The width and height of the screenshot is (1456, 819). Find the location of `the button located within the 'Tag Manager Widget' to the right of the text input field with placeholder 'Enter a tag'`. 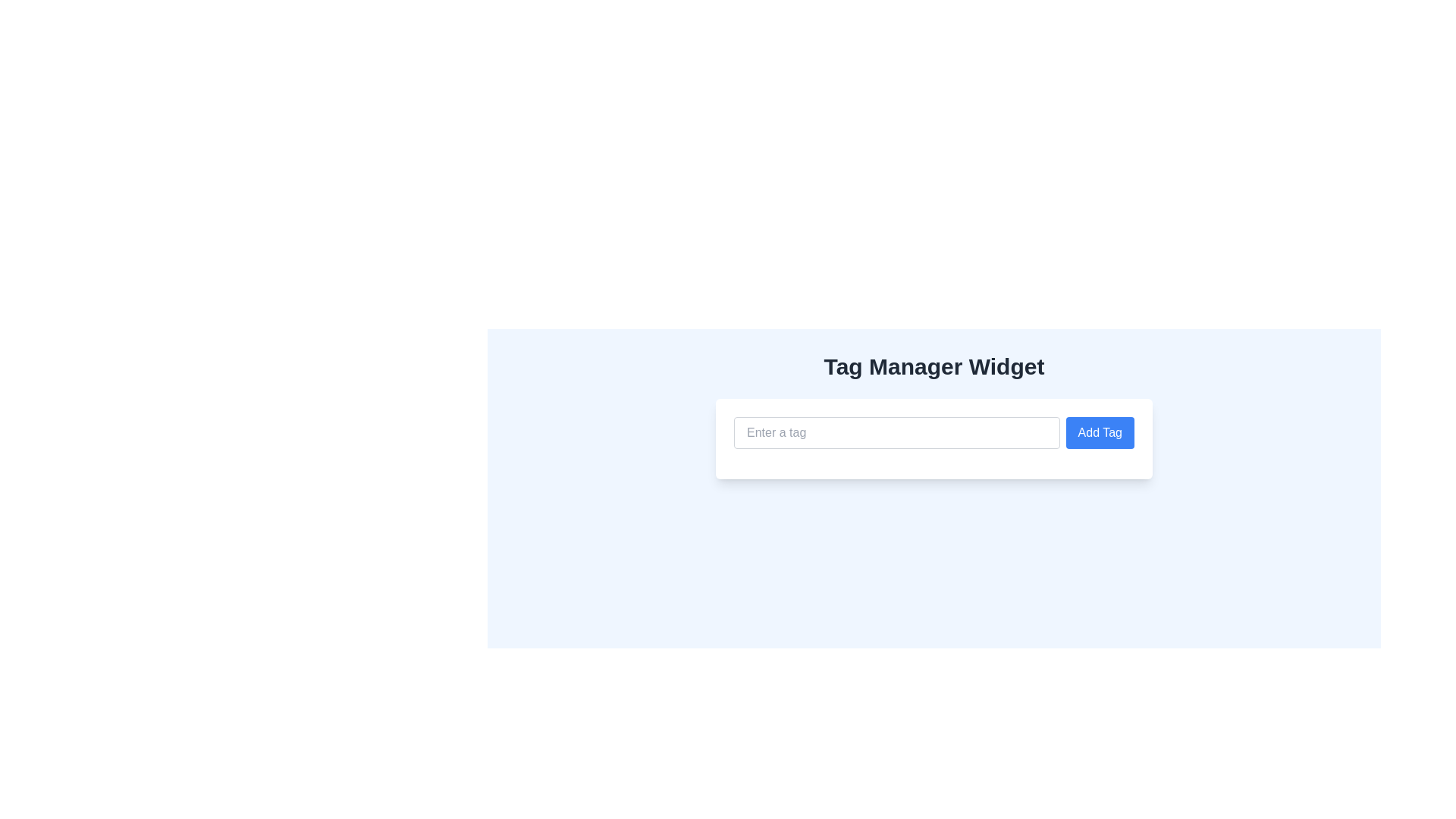

the button located within the 'Tag Manager Widget' to the right of the text input field with placeholder 'Enter a tag' is located at coordinates (1100, 432).